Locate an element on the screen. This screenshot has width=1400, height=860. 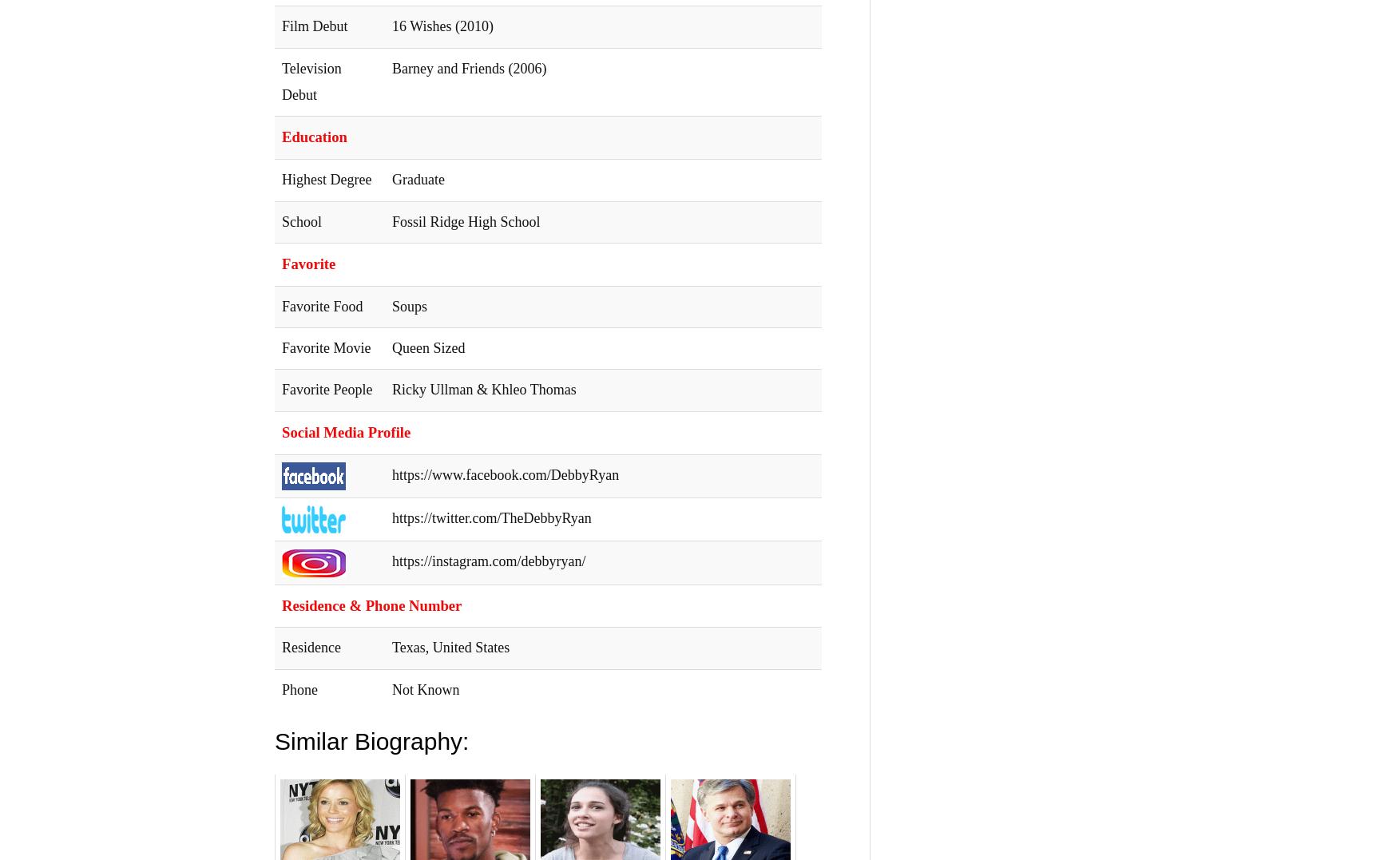
'https://twitter.com/TheDebbyRyan' is located at coordinates (490, 517).